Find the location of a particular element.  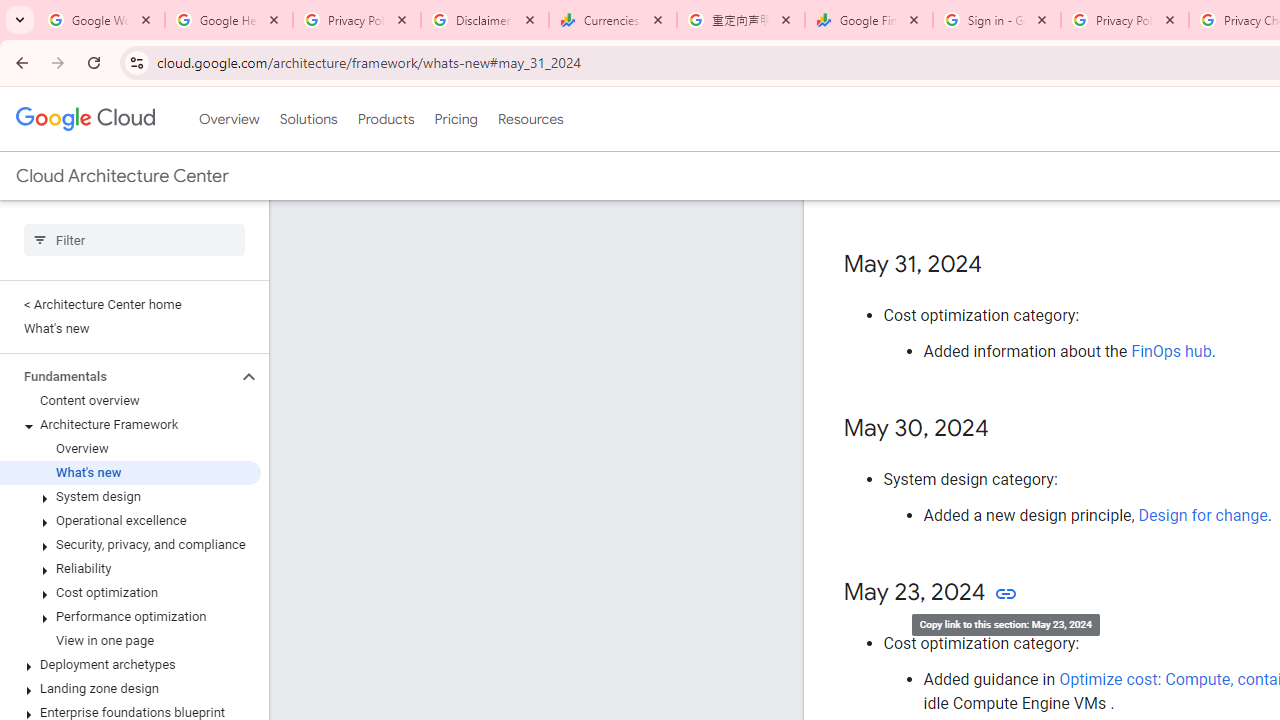

'Pricing' is located at coordinates (454, 119).